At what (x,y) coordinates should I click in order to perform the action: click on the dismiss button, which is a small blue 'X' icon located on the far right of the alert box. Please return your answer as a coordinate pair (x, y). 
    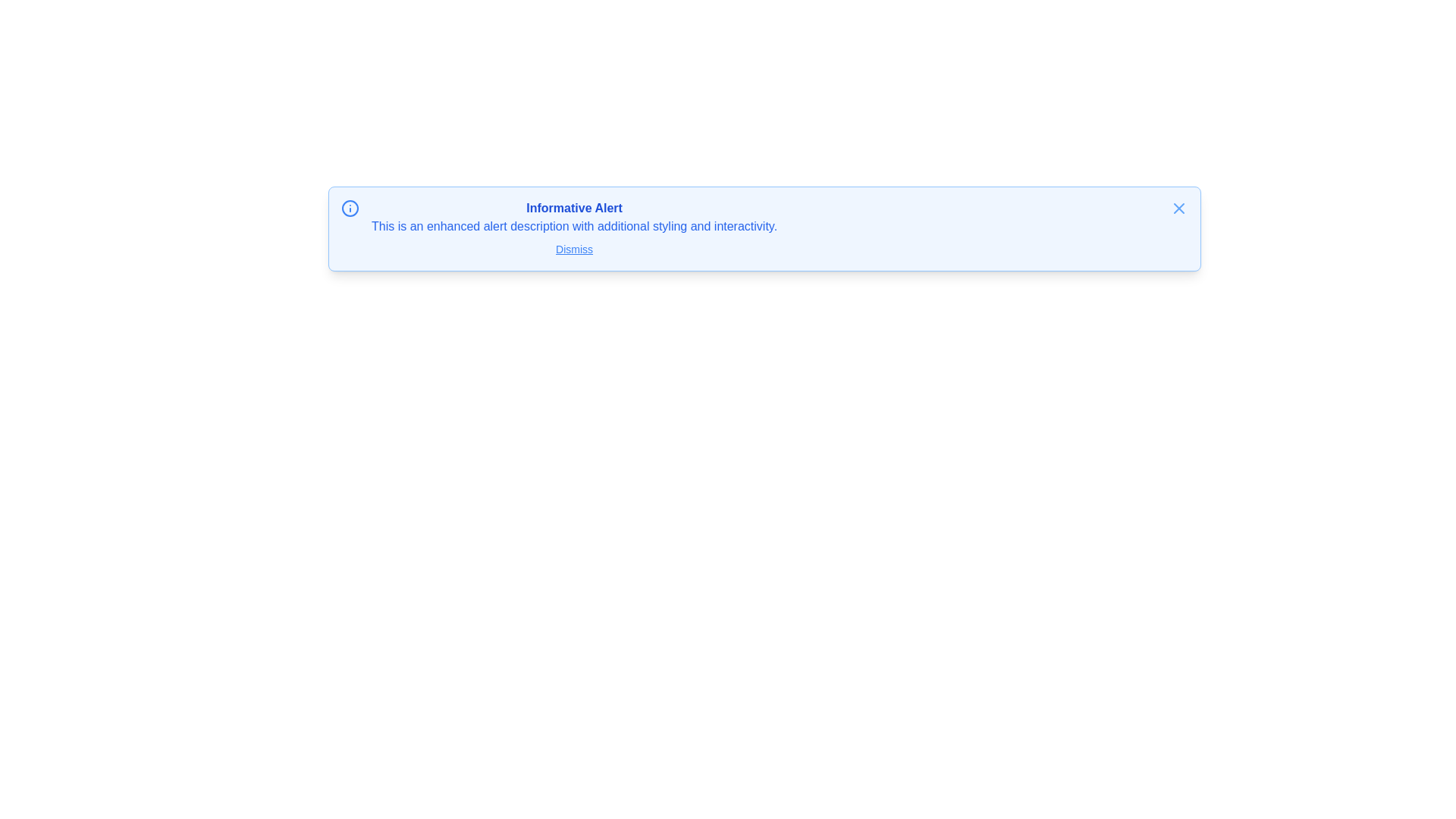
    Looking at the image, I should click on (1178, 208).